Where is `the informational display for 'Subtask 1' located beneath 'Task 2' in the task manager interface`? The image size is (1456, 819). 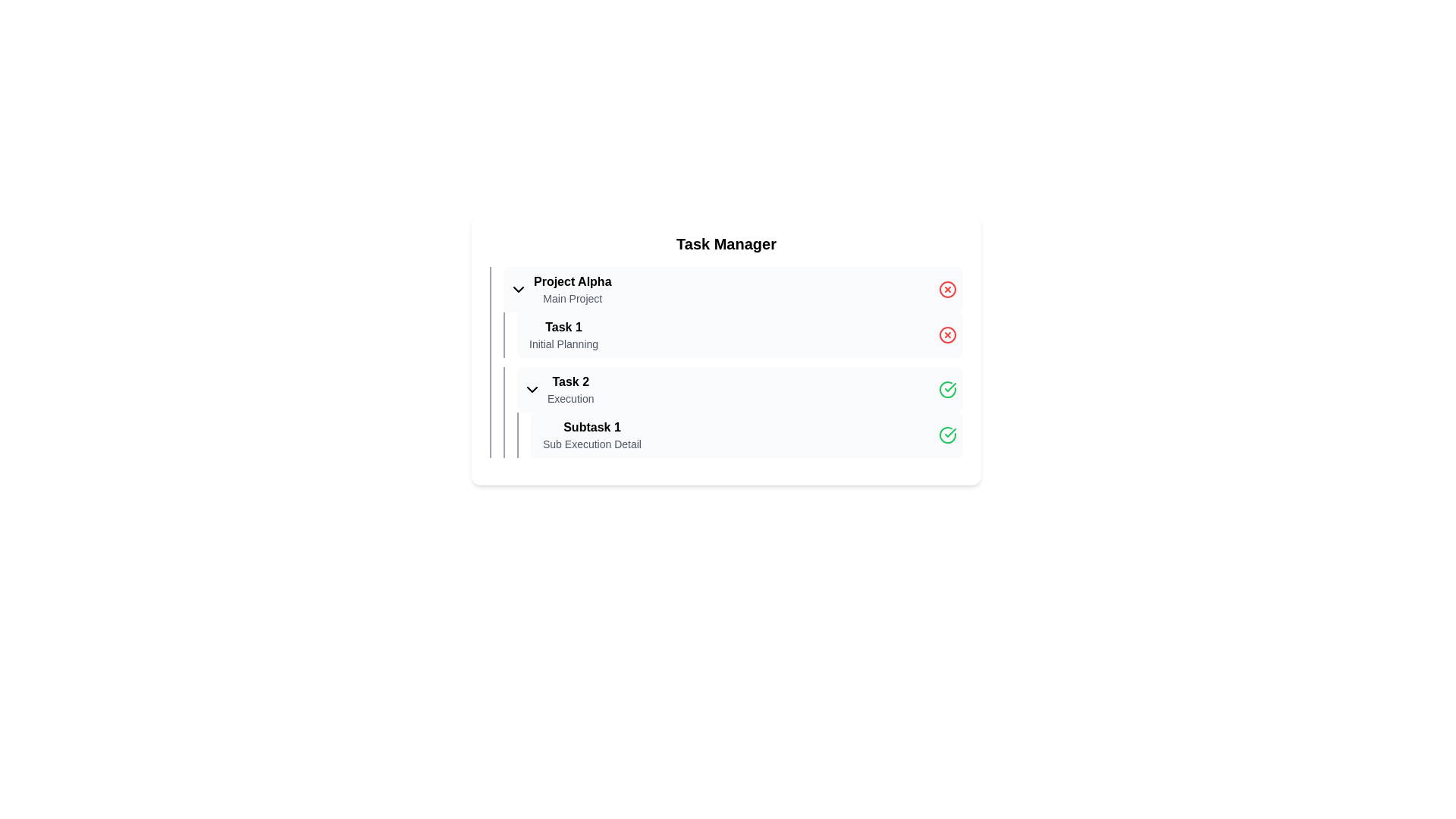 the informational display for 'Subtask 1' located beneath 'Task 2' in the task manager interface is located at coordinates (591, 435).